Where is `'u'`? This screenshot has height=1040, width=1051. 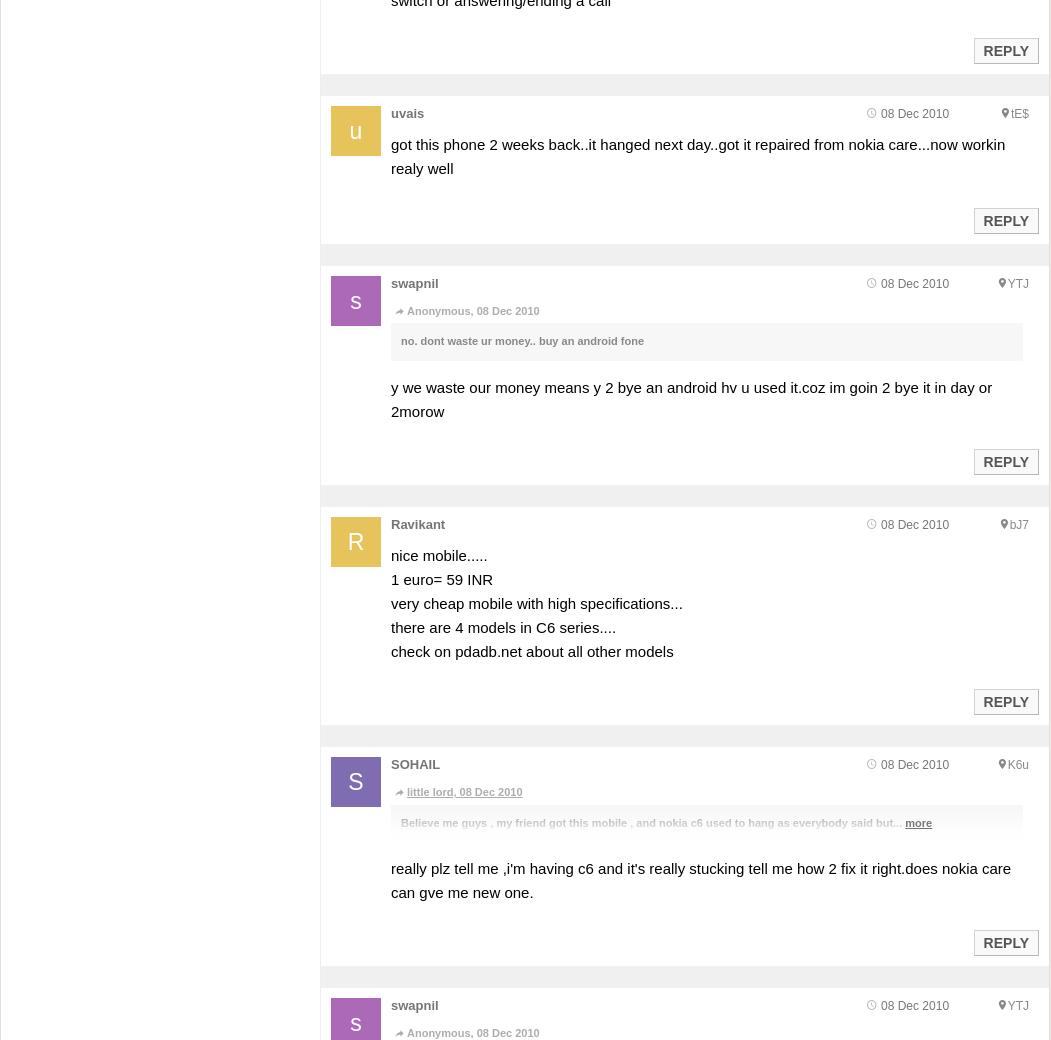
'u' is located at coordinates (355, 129).